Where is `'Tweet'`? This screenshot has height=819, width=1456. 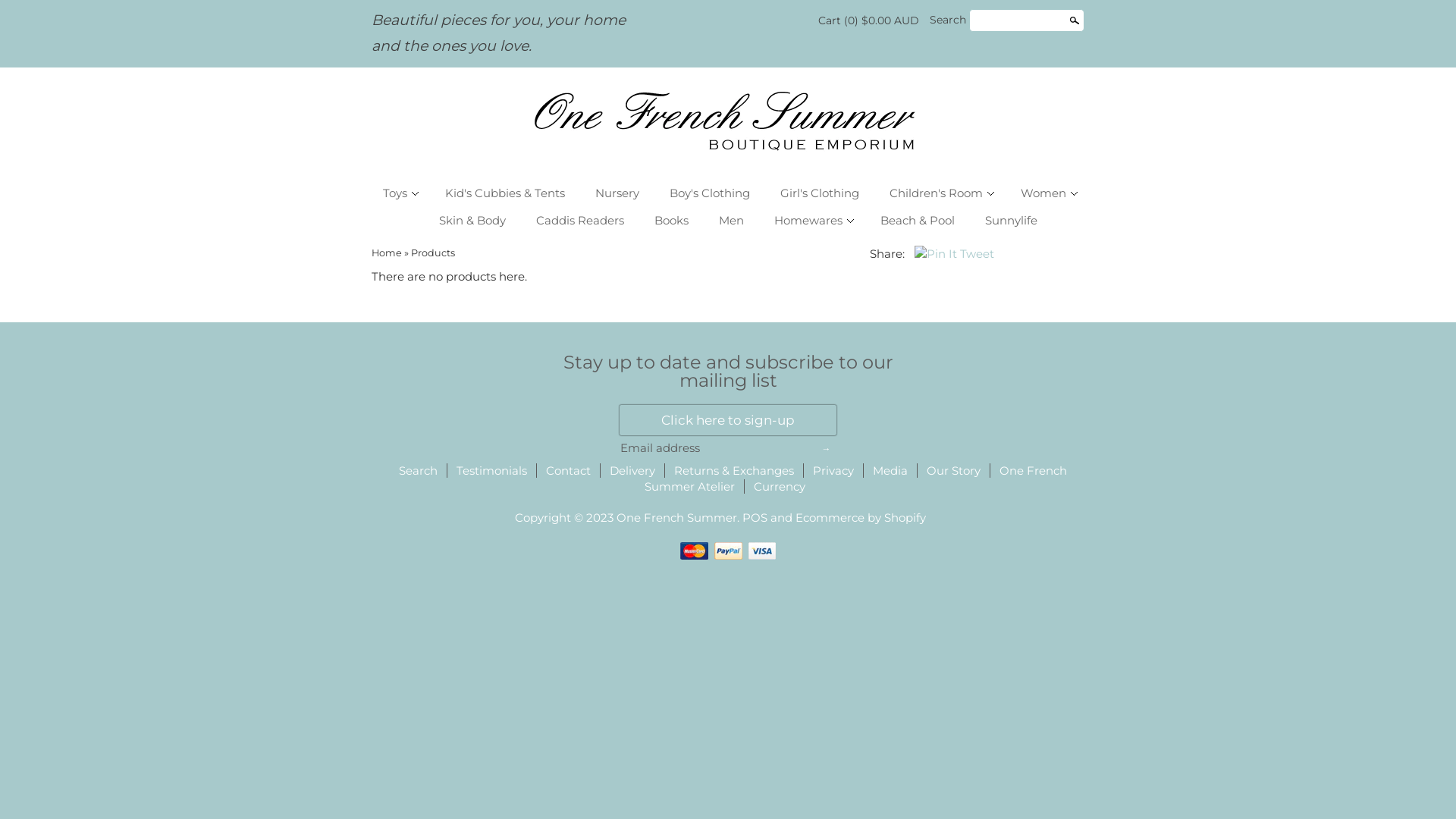 'Tweet' is located at coordinates (977, 253).